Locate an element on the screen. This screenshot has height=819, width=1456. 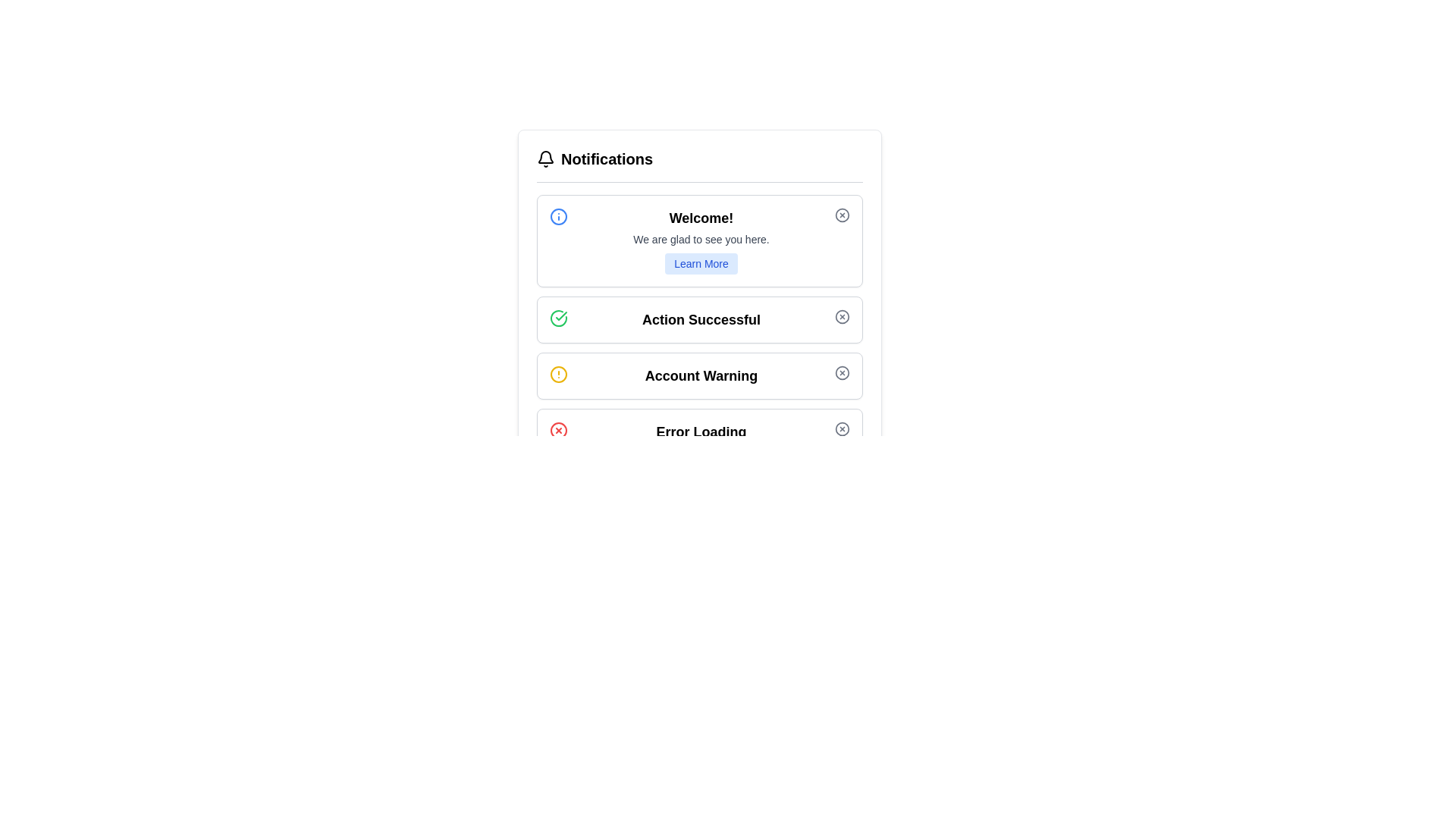
the second notification item in the Notification Panel that contains the message 'Action Successful' is located at coordinates (698, 324).